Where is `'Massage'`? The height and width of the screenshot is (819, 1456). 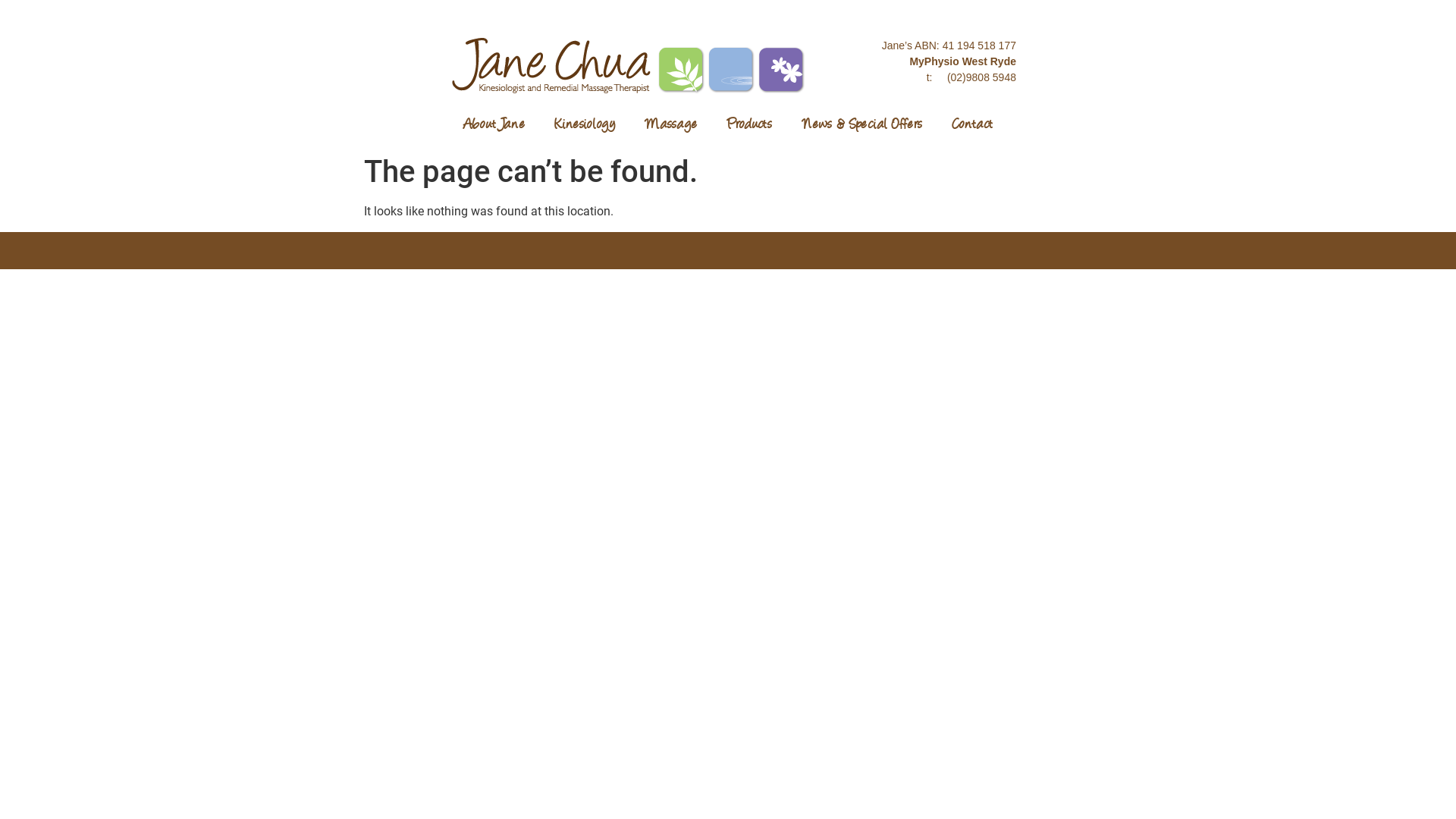 'Massage' is located at coordinates (670, 124).